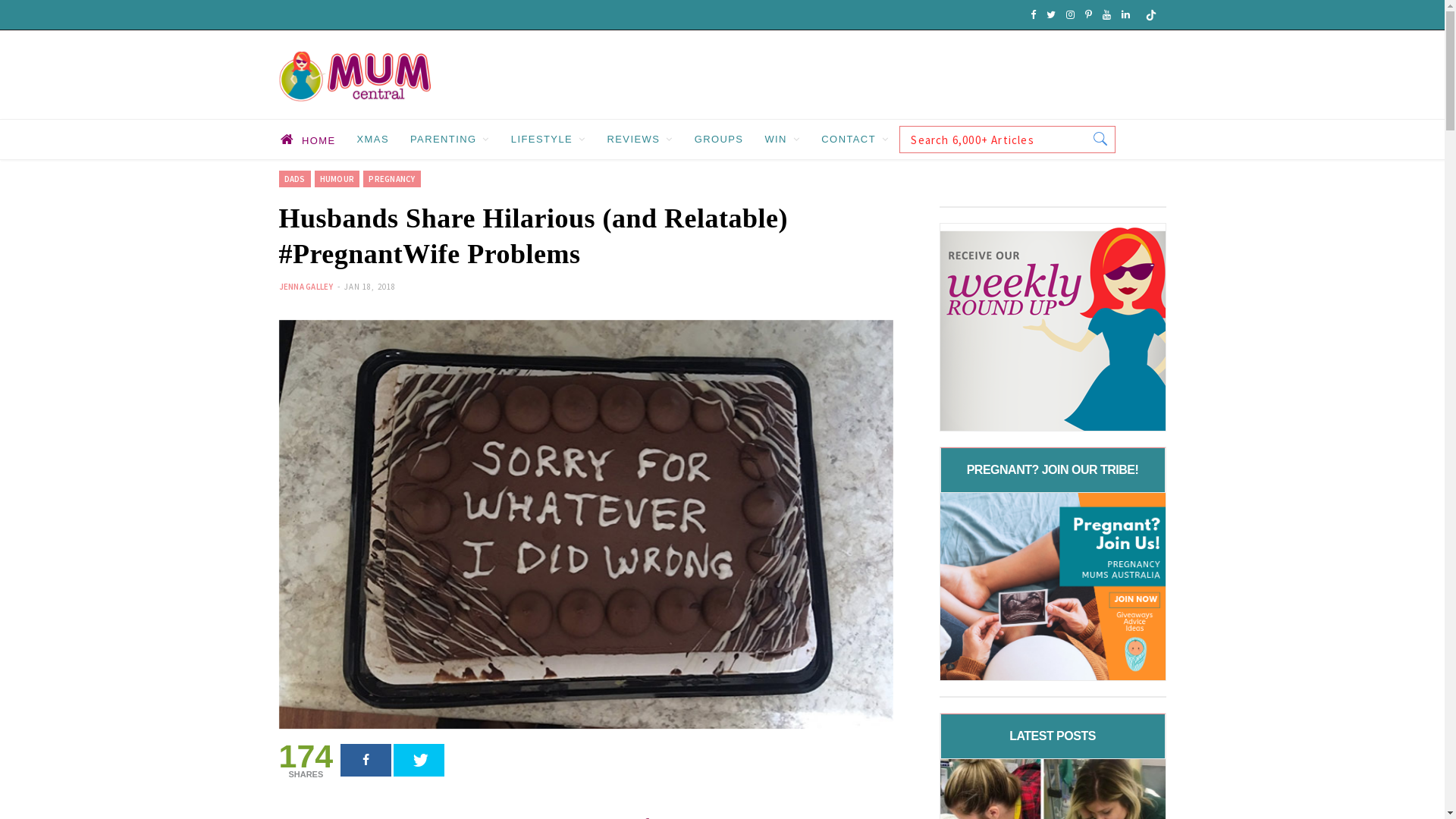 The height and width of the screenshot is (819, 1456). Describe the element at coordinates (294, 177) in the screenshot. I see `'DADS'` at that location.